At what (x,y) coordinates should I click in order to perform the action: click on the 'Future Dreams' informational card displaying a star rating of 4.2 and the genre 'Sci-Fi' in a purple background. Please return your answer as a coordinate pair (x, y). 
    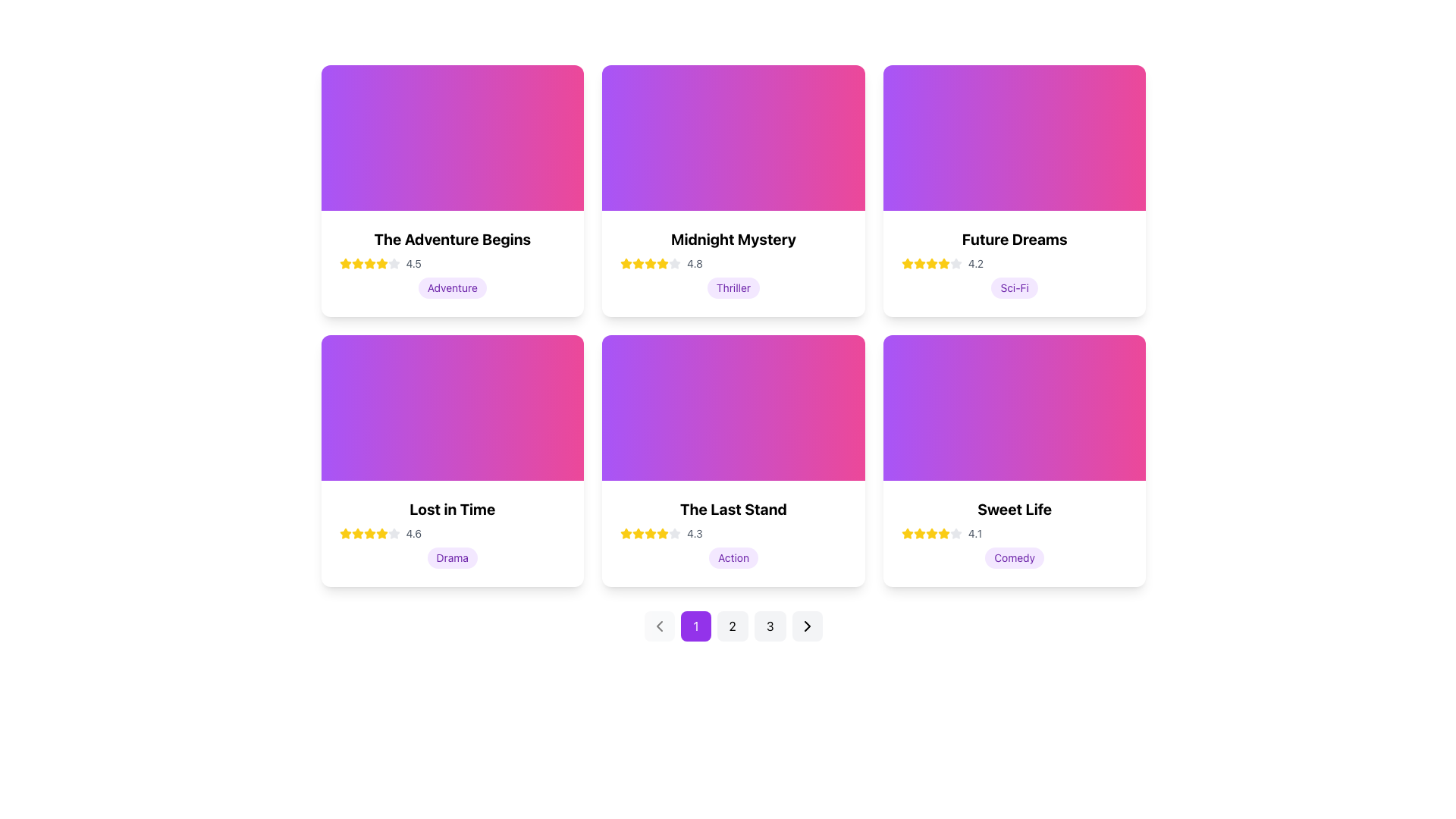
    Looking at the image, I should click on (1015, 262).